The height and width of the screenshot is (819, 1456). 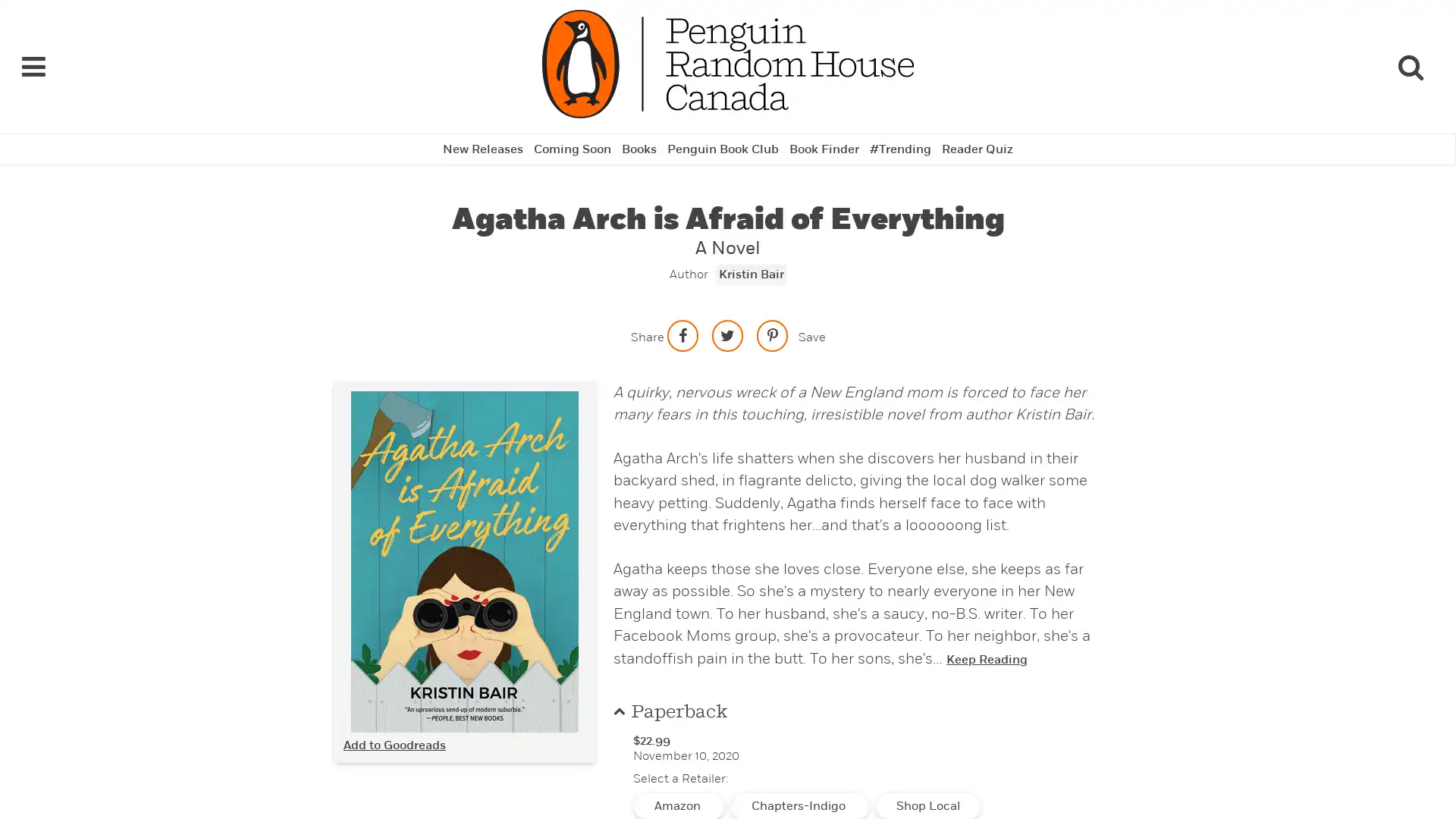 I want to click on Share on facebook, so click(x=682, y=284).